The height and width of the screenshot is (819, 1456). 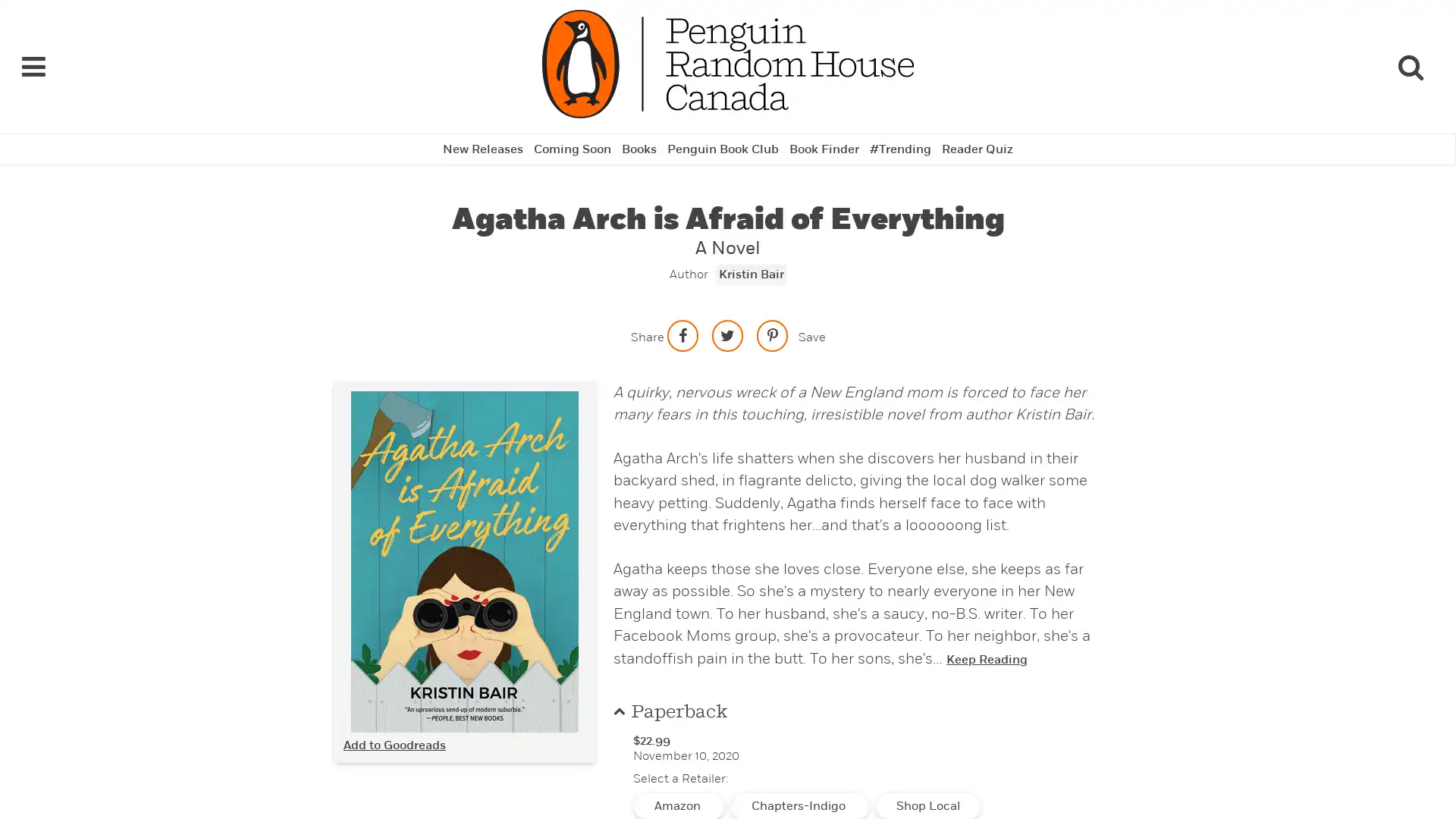 I want to click on Share on facebook, so click(x=682, y=284).